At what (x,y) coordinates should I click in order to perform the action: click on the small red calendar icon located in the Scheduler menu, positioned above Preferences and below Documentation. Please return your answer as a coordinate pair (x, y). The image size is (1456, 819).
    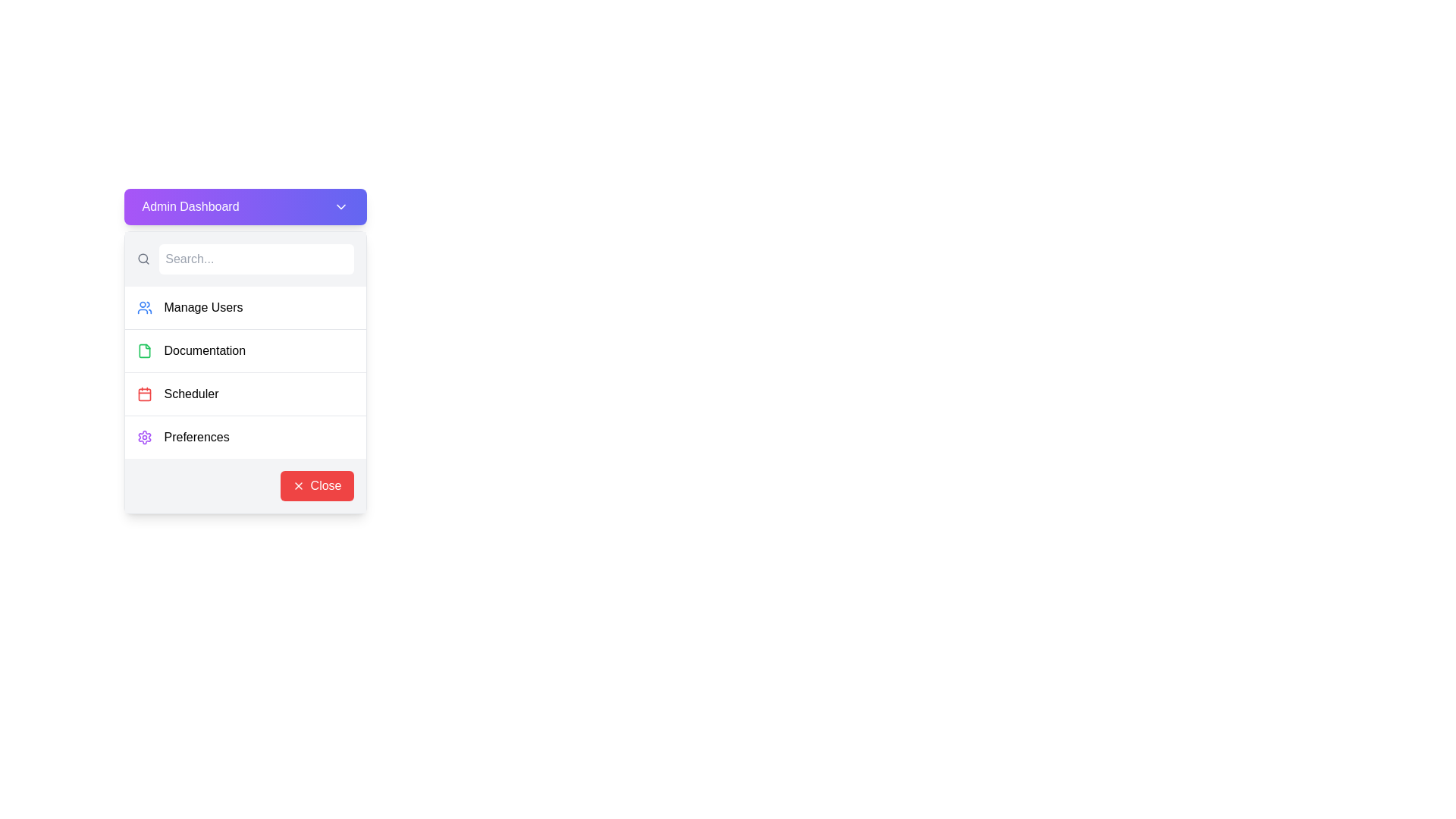
    Looking at the image, I should click on (144, 394).